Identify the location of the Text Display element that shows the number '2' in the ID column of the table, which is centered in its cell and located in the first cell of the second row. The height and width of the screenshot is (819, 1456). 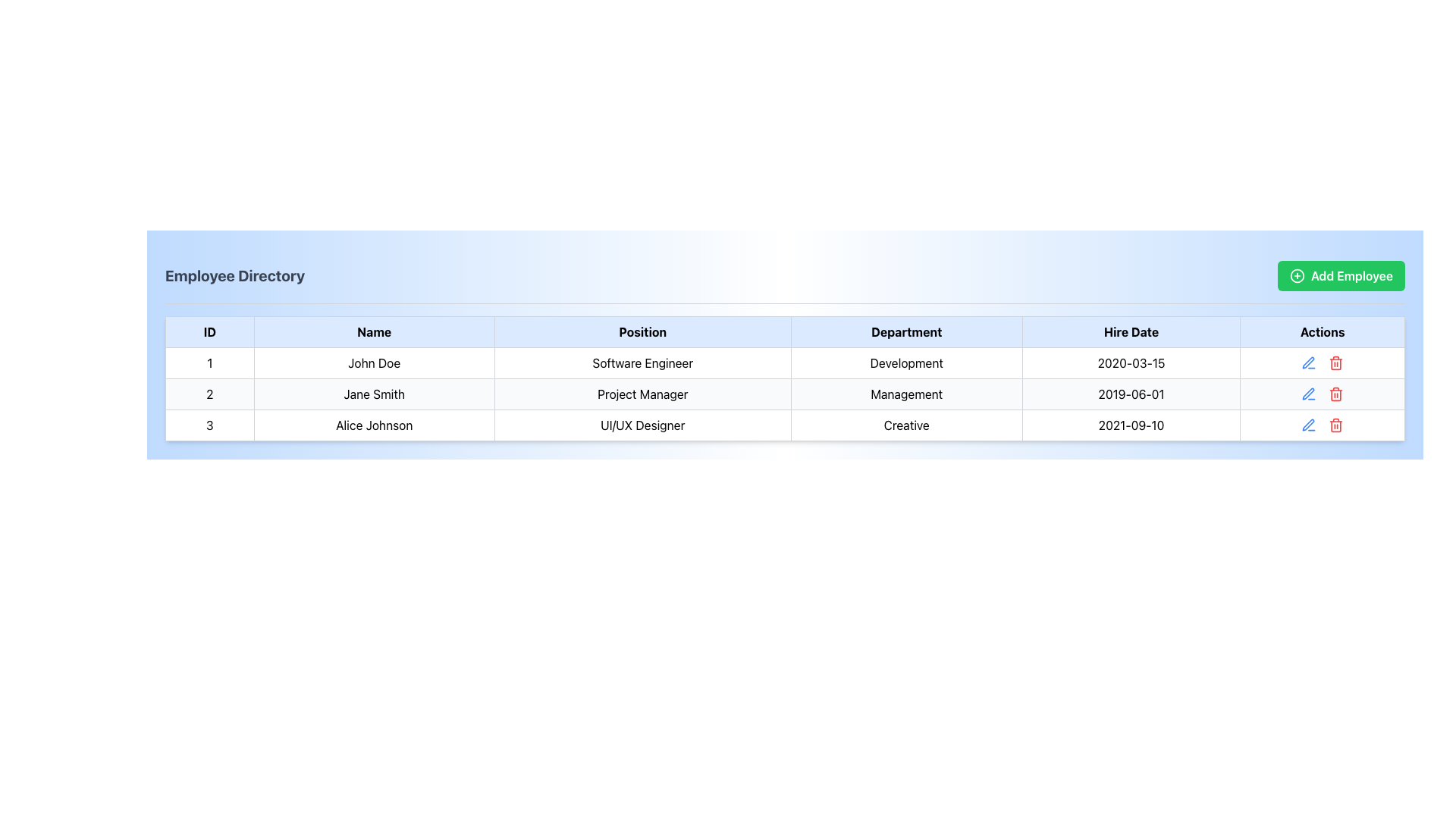
(209, 394).